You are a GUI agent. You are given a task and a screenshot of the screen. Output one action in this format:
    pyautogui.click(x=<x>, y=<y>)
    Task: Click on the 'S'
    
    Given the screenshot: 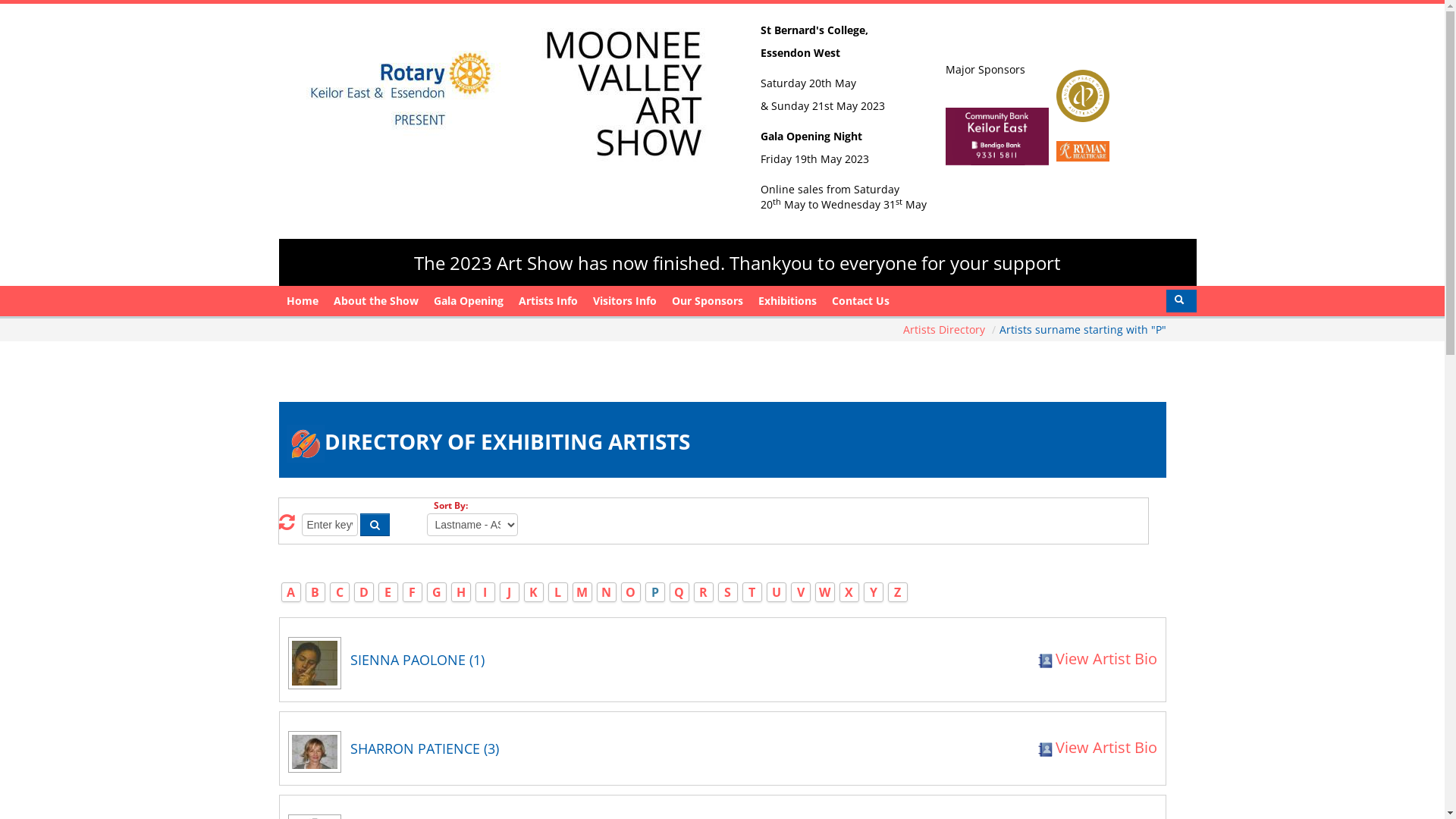 What is the action you would take?
    pyautogui.click(x=726, y=591)
    